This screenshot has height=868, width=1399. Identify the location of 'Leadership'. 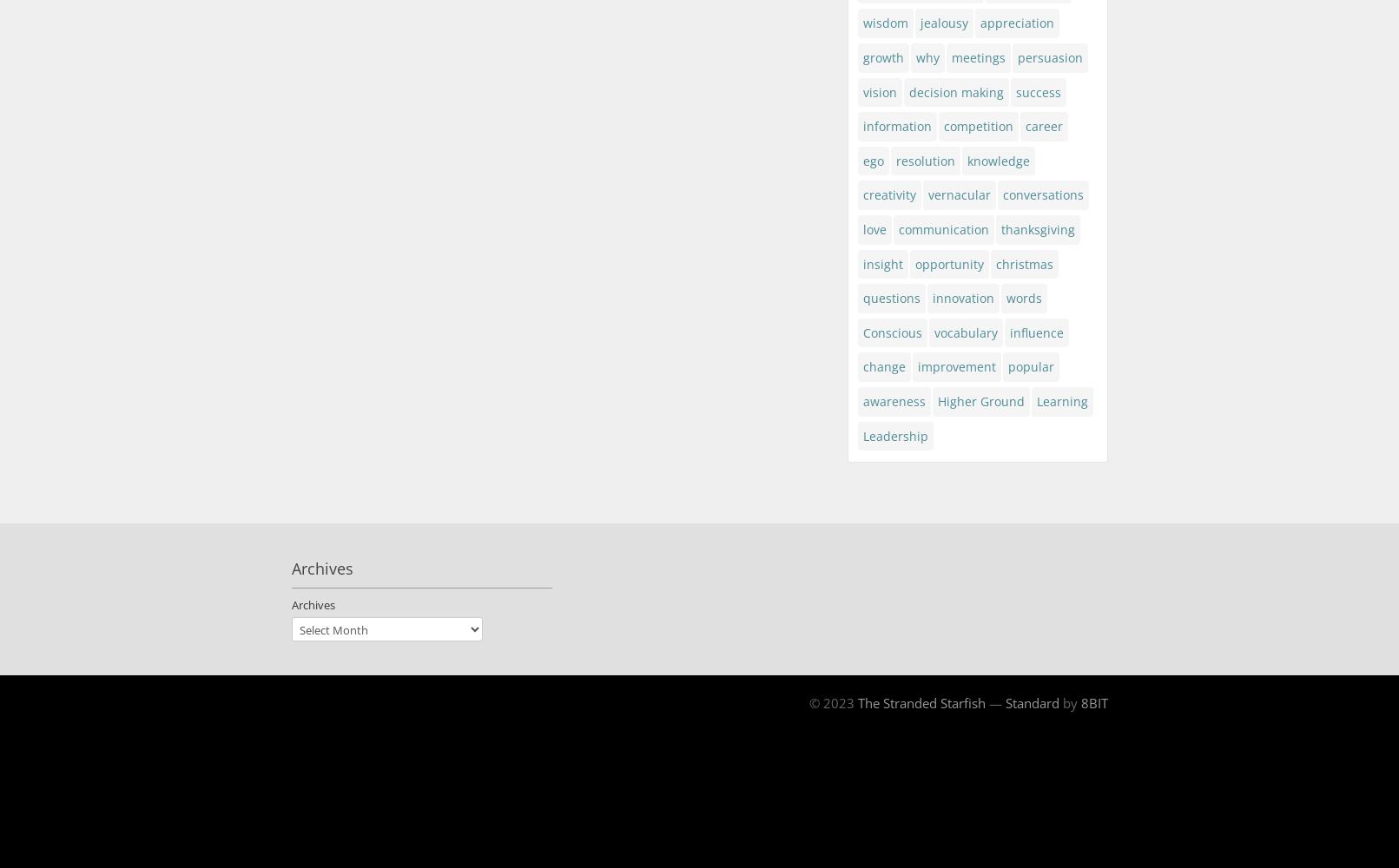
(894, 435).